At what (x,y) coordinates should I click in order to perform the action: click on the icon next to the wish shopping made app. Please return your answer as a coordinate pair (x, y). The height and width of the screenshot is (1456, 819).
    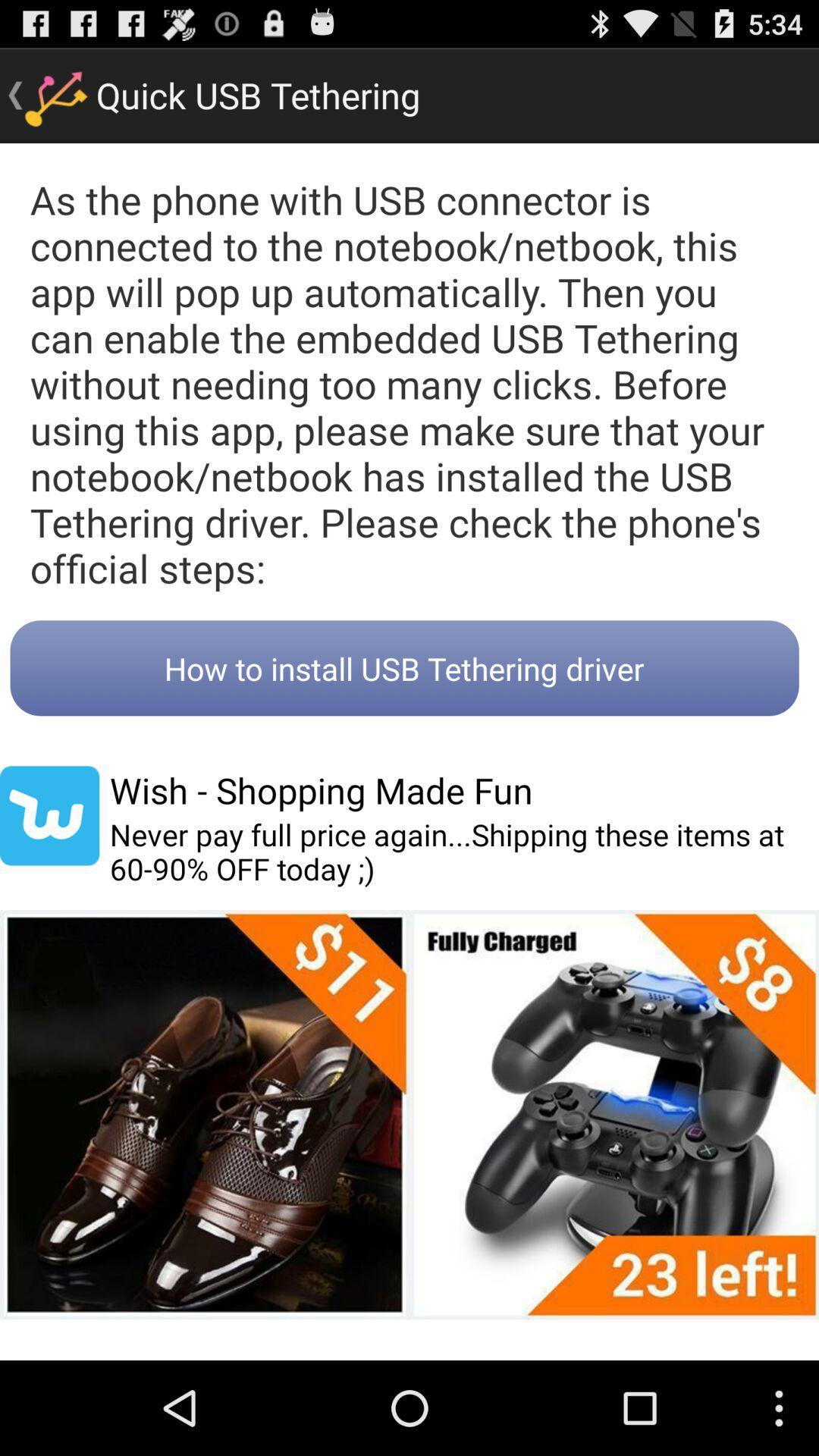
    Looking at the image, I should click on (49, 814).